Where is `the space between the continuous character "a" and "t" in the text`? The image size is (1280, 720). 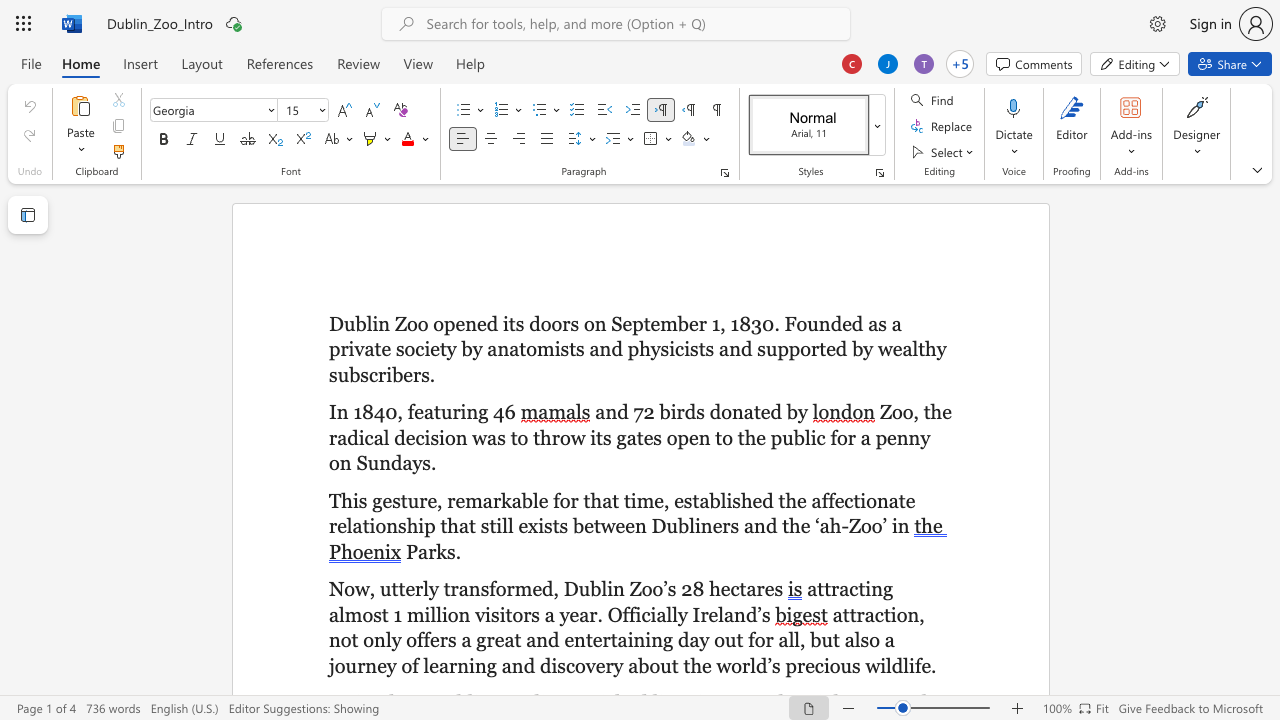
the space between the continuous character "a" and "t" in the text is located at coordinates (752, 411).